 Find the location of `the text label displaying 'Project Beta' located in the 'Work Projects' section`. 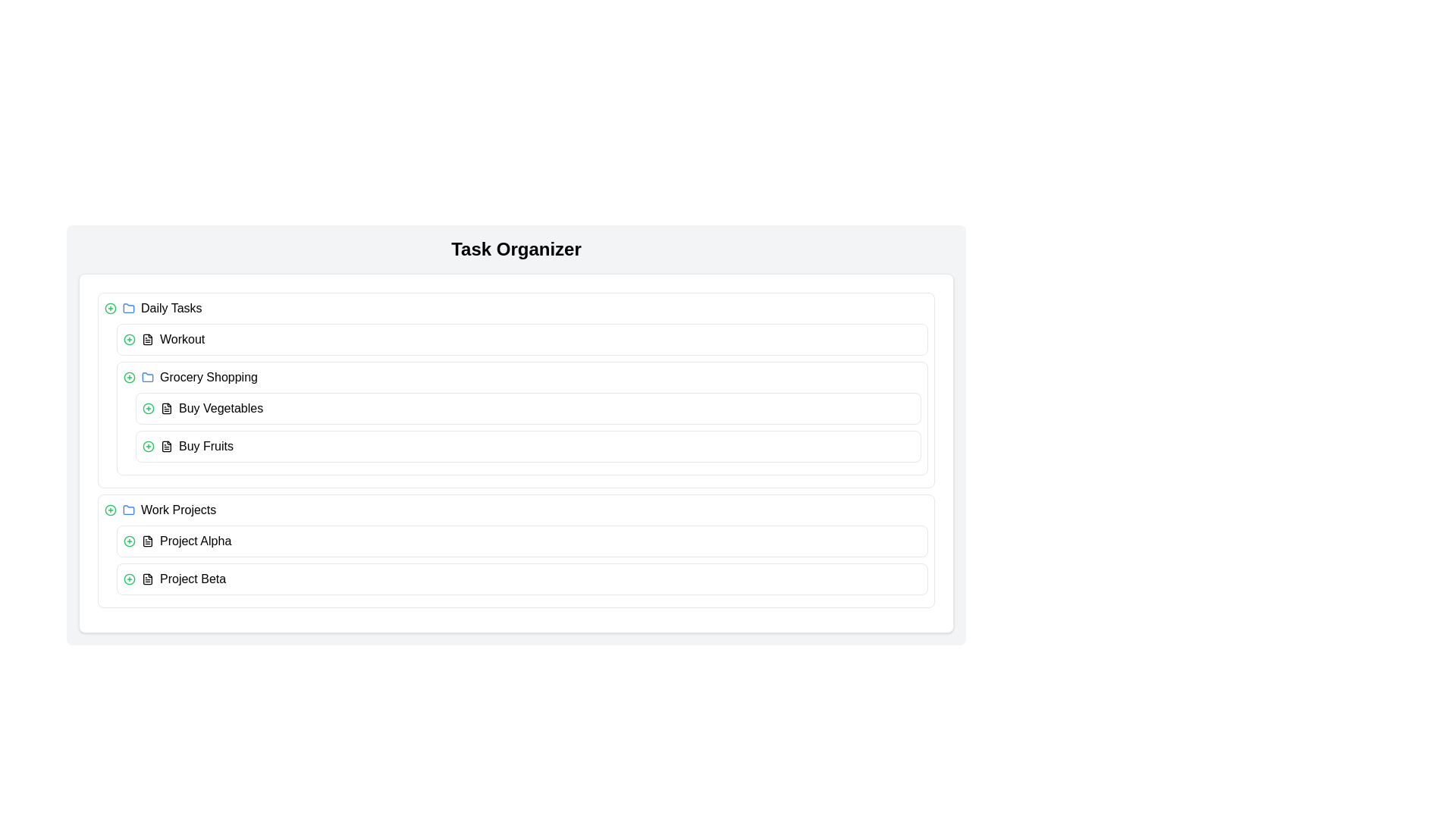

the text label displaying 'Project Beta' located in the 'Work Projects' section is located at coordinates (192, 579).